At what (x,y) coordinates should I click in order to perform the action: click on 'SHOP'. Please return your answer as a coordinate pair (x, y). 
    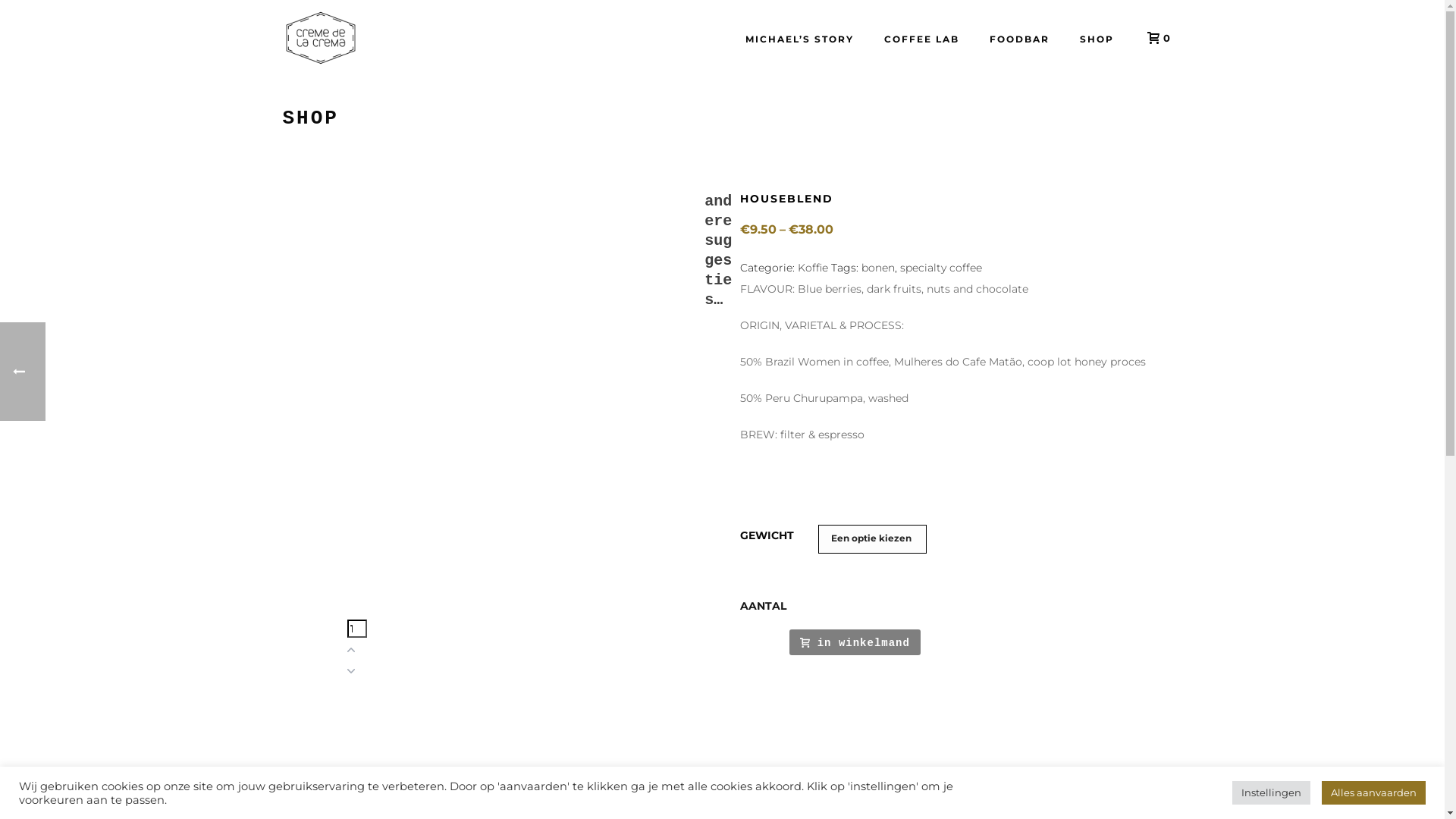
    Looking at the image, I should click on (1097, 37).